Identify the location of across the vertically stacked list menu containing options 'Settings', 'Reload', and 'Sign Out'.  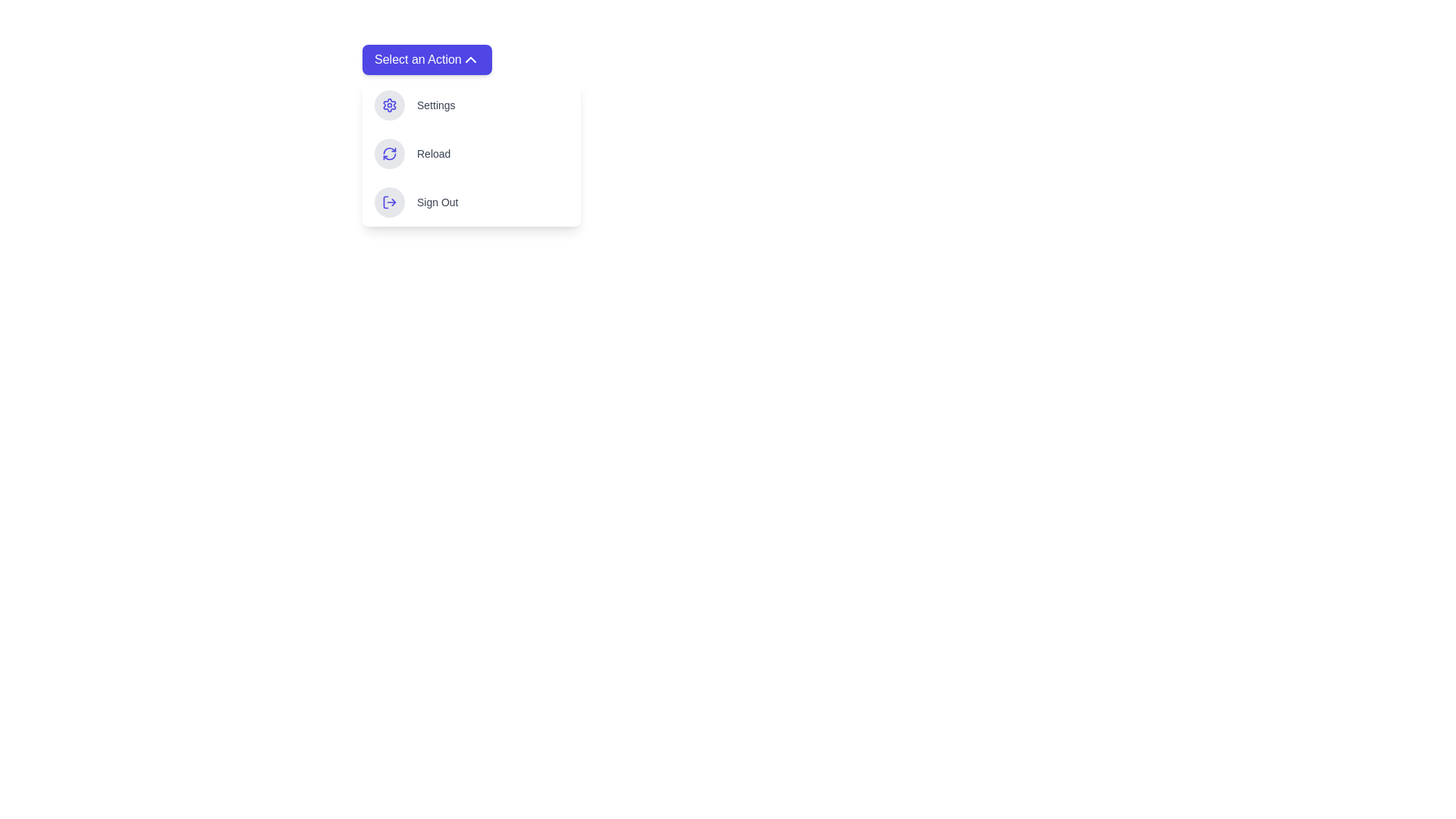
(471, 134).